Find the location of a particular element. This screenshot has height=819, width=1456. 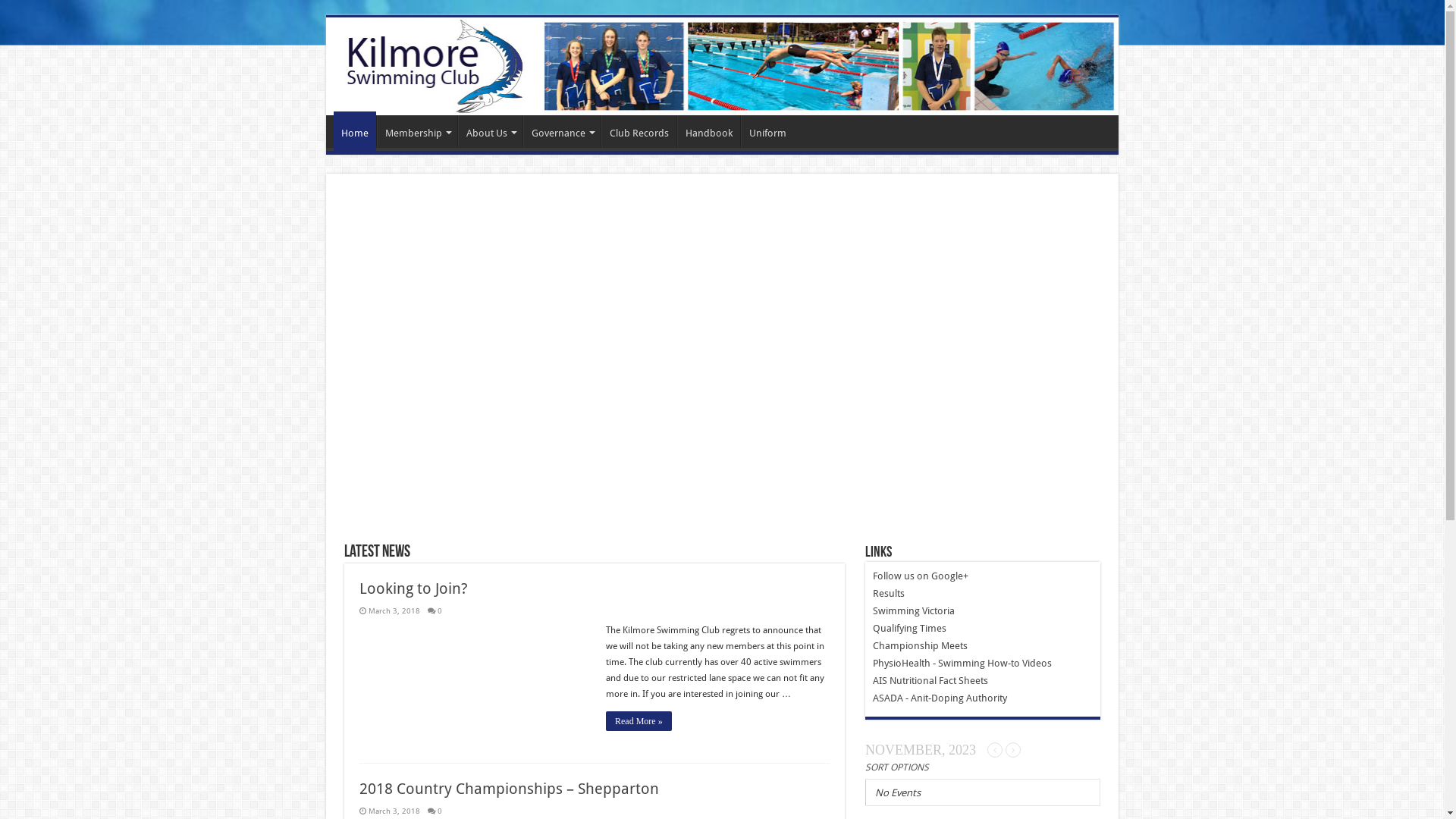

'Swimming Victoria' is located at coordinates (912, 610).